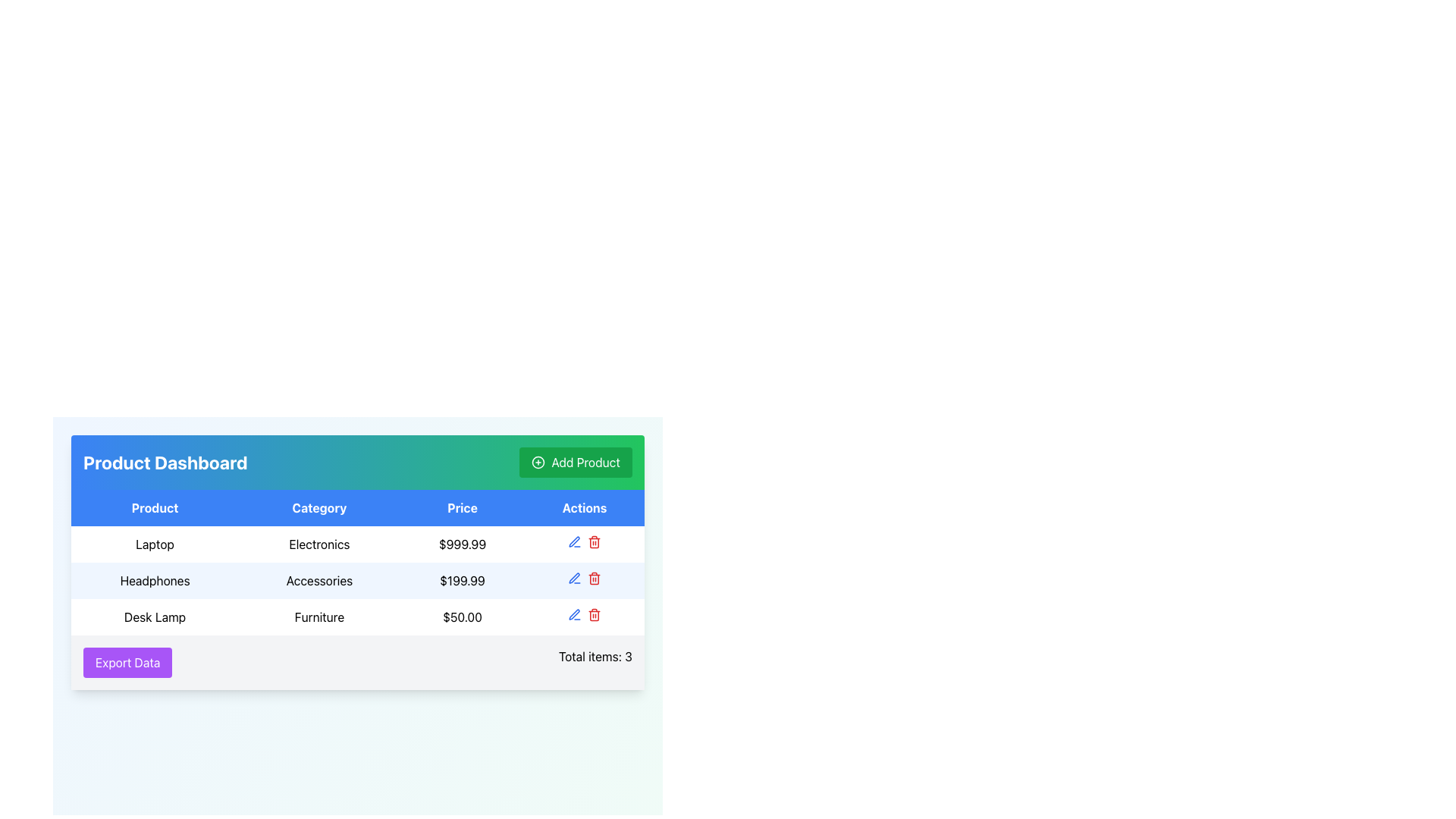  What do you see at coordinates (461, 508) in the screenshot?
I see `the Table Header Label displaying the text 'Price', which is styled with a blue background and white text, located in the header row of a table` at bounding box center [461, 508].